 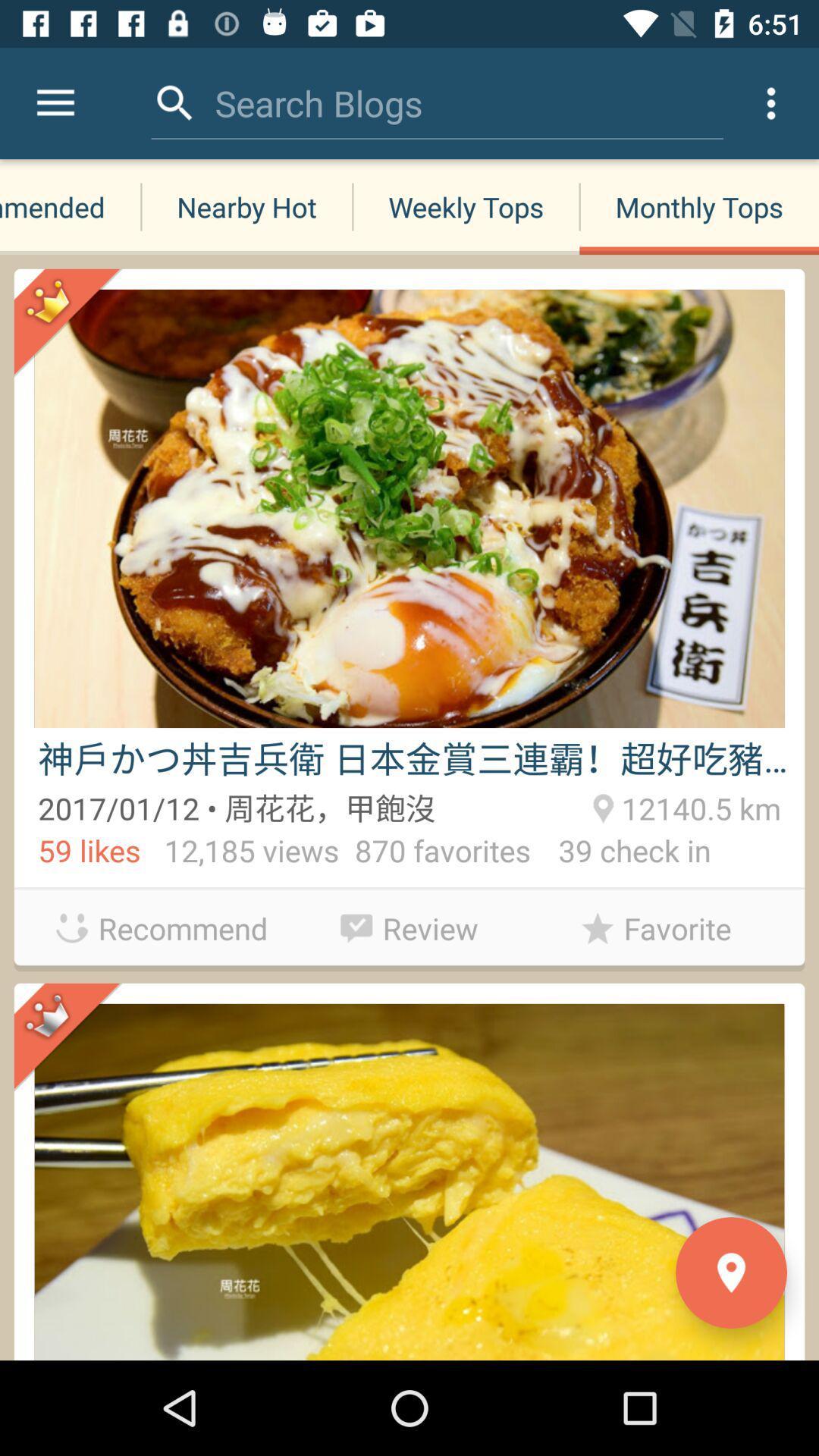 I want to click on app to the right of the recommend app, so click(x=409, y=924).